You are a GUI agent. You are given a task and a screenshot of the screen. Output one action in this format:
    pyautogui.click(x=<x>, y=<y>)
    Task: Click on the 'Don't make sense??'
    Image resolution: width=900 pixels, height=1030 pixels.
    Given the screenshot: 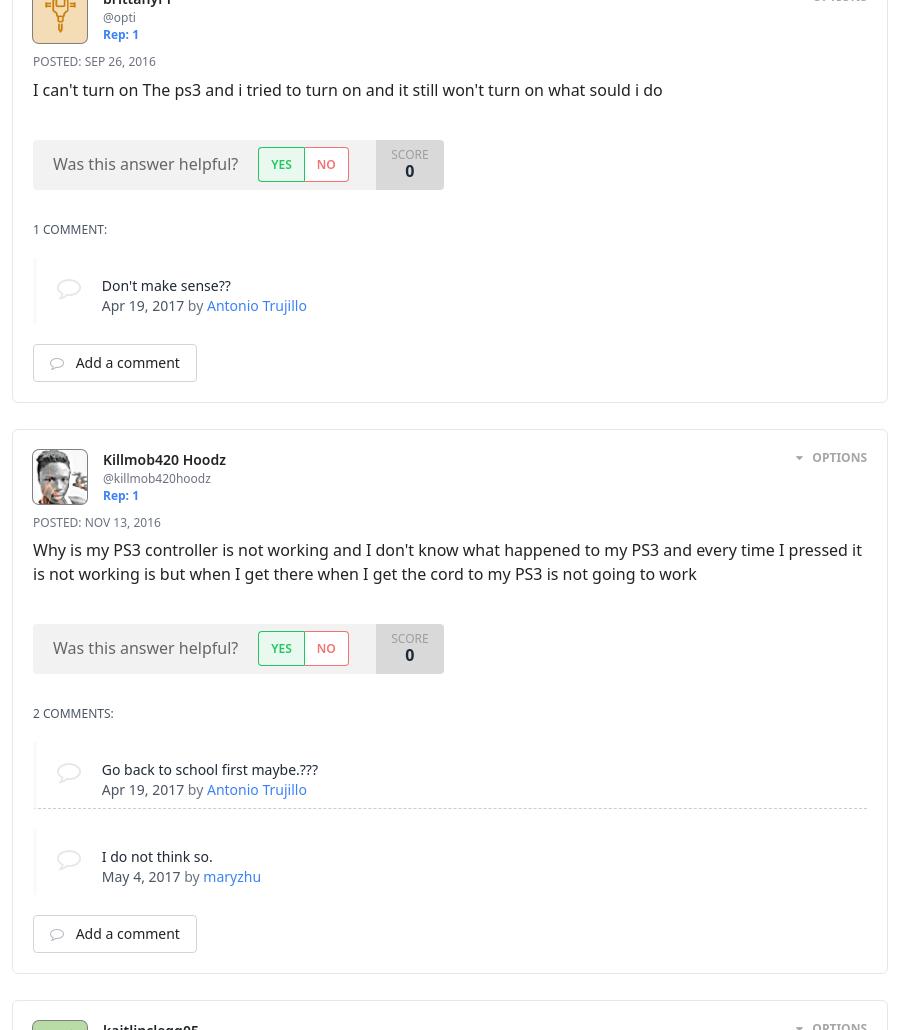 What is the action you would take?
    pyautogui.click(x=165, y=283)
    